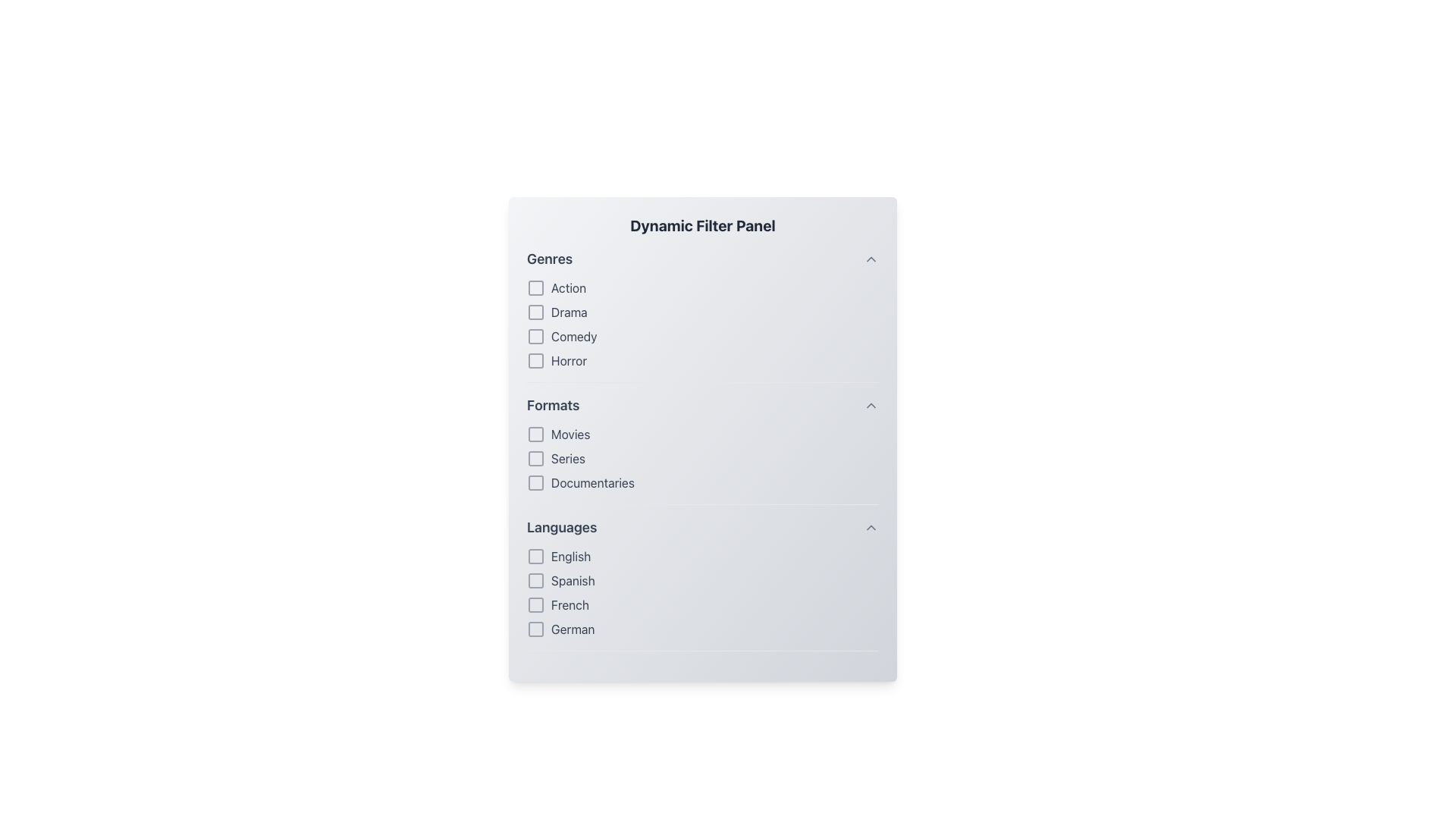 This screenshot has height=819, width=1456. Describe the element at coordinates (568, 360) in the screenshot. I see `the 'Horror' label in gray color located in the 'Genres' section of the 'Dynamic Filter Panel', which is the fourth item under the 'Genres' heading` at that location.